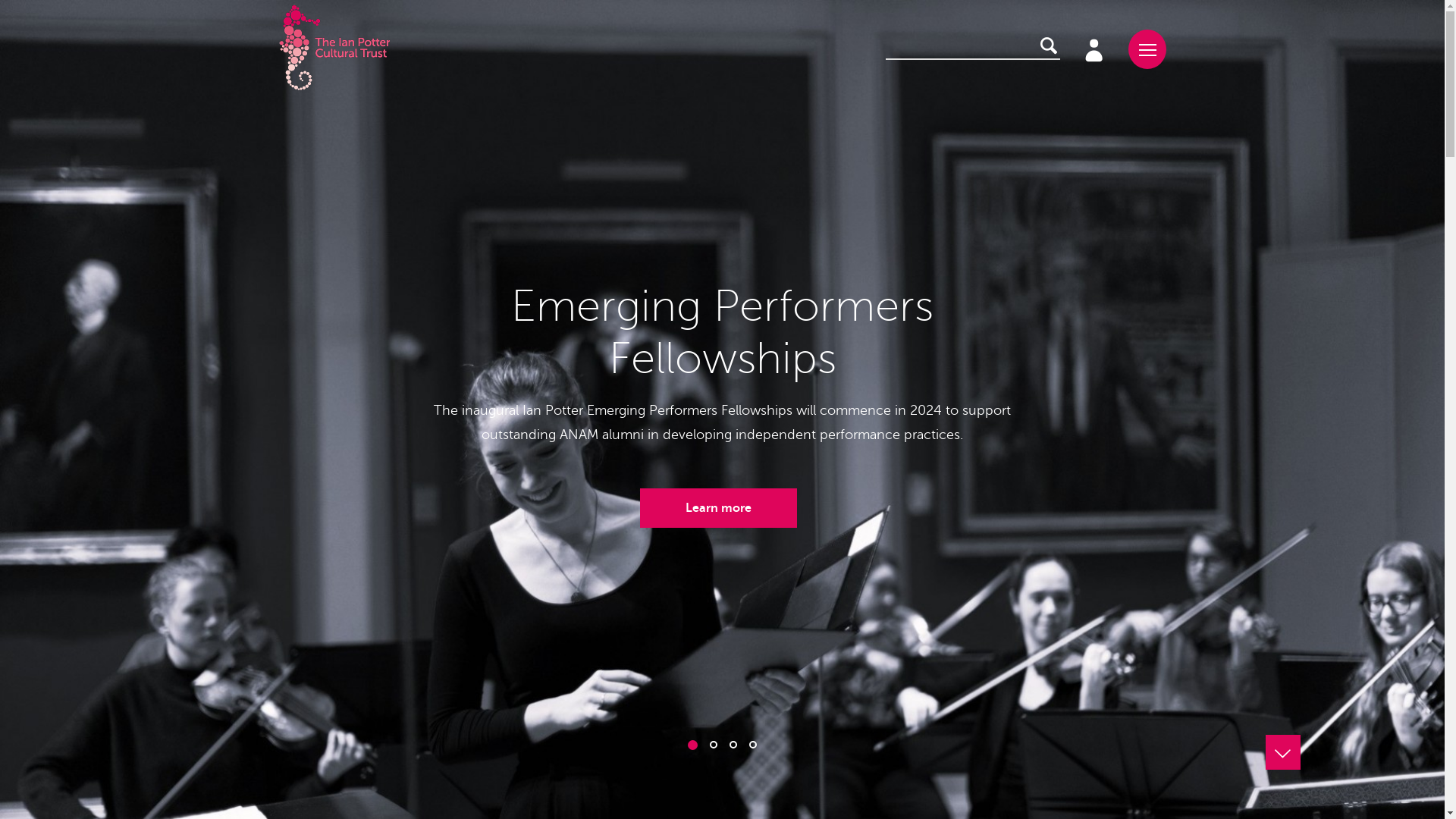 The width and height of the screenshot is (1456, 819). I want to click on '3', so click(729, 744).